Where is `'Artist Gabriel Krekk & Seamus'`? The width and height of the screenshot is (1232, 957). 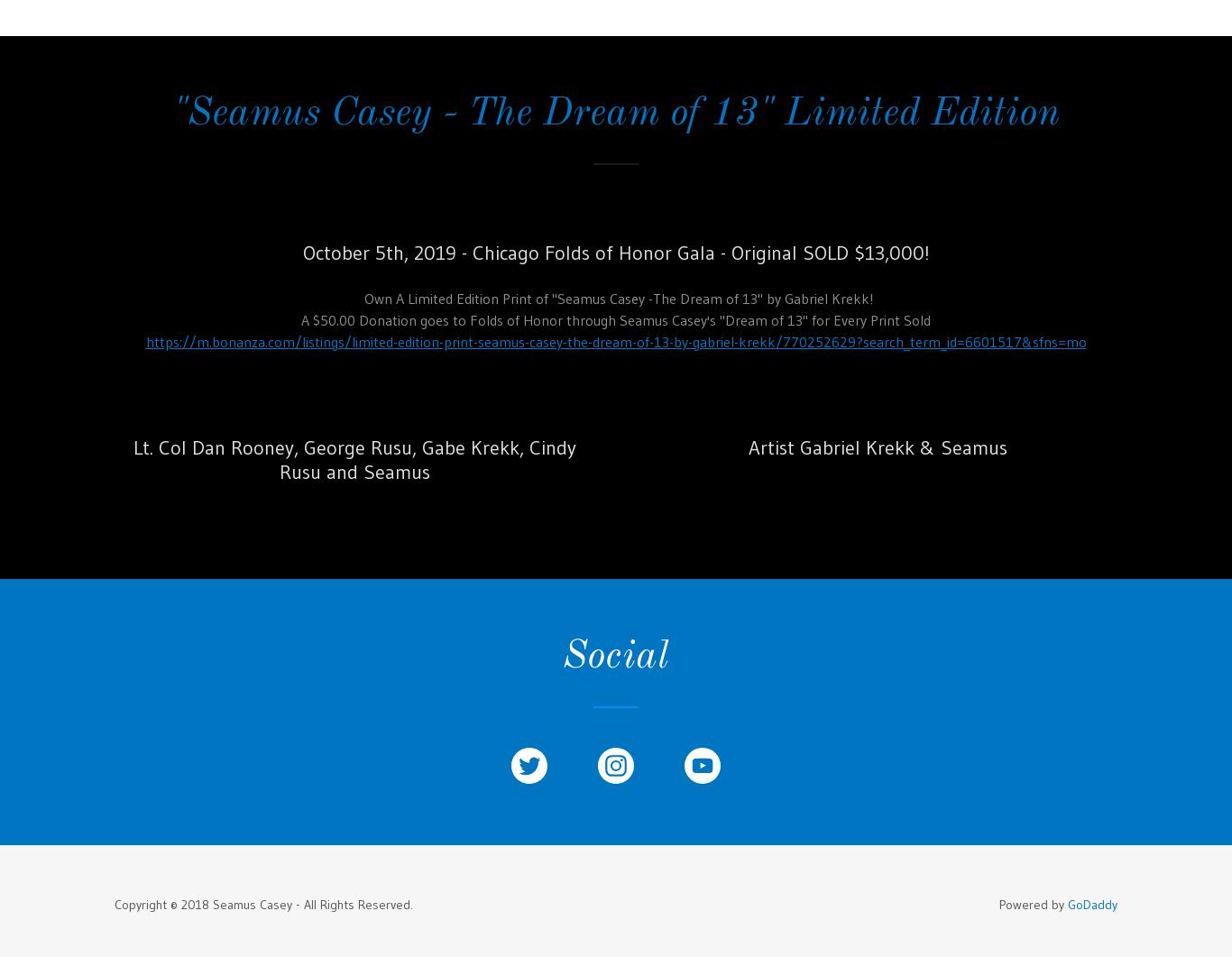
'Artist Gabriel Krekk & Seamus' is located at coordinates (877, 446).